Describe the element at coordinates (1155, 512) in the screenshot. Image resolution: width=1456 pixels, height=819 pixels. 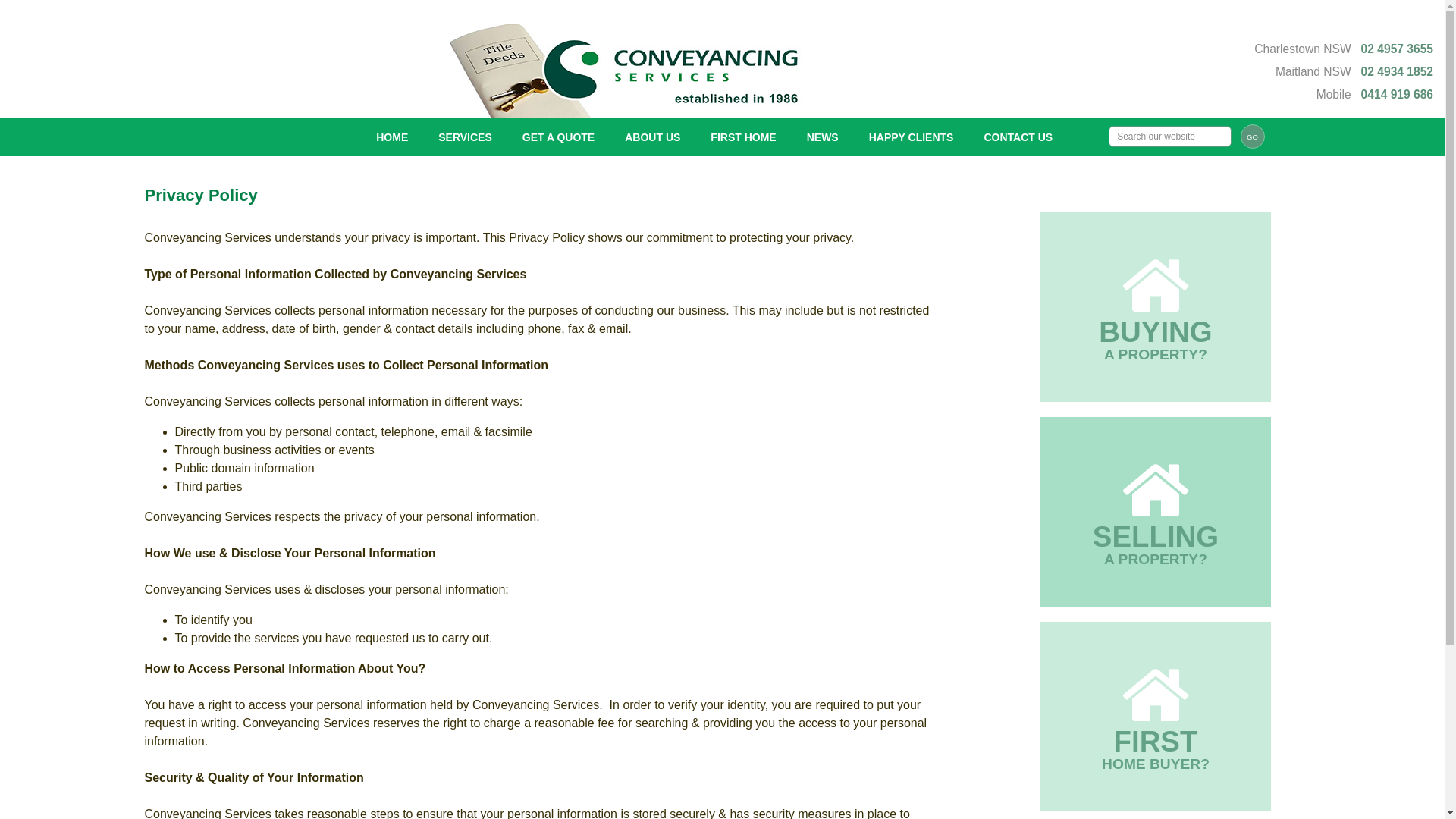
I see `'SELLING` at that location.